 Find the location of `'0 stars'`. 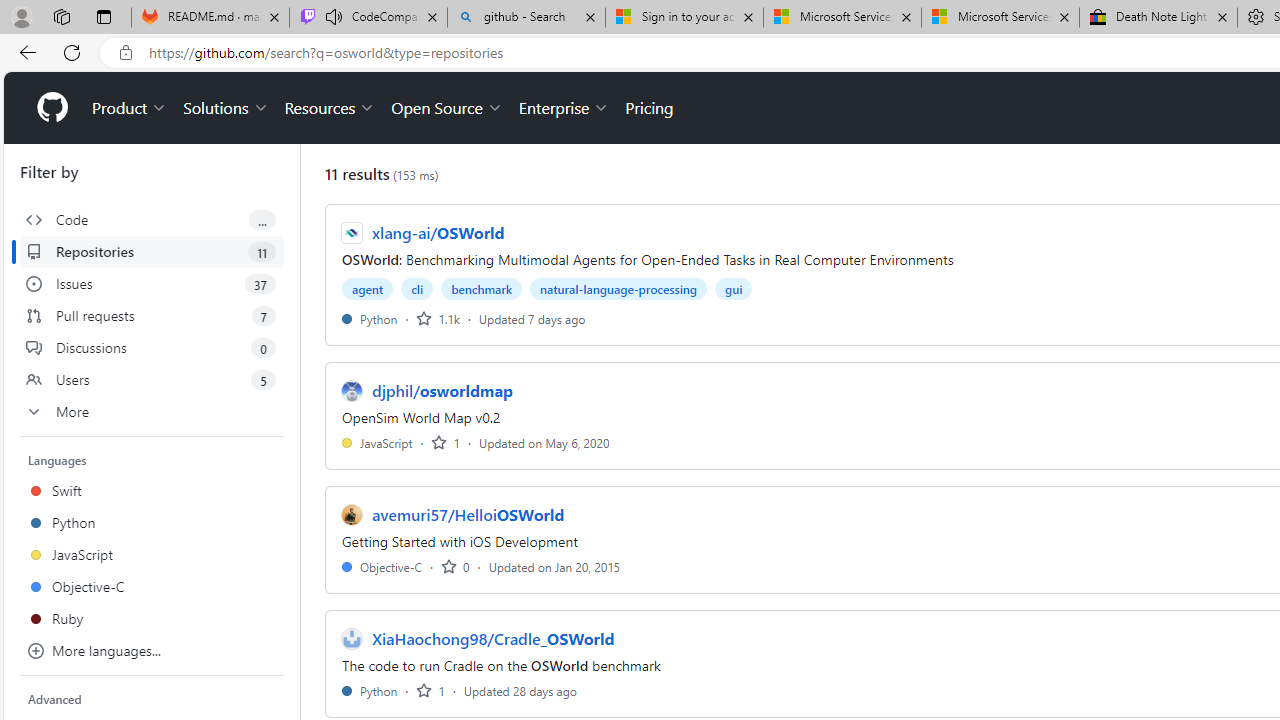

'0 stars' is located at coordinates (454, 566).